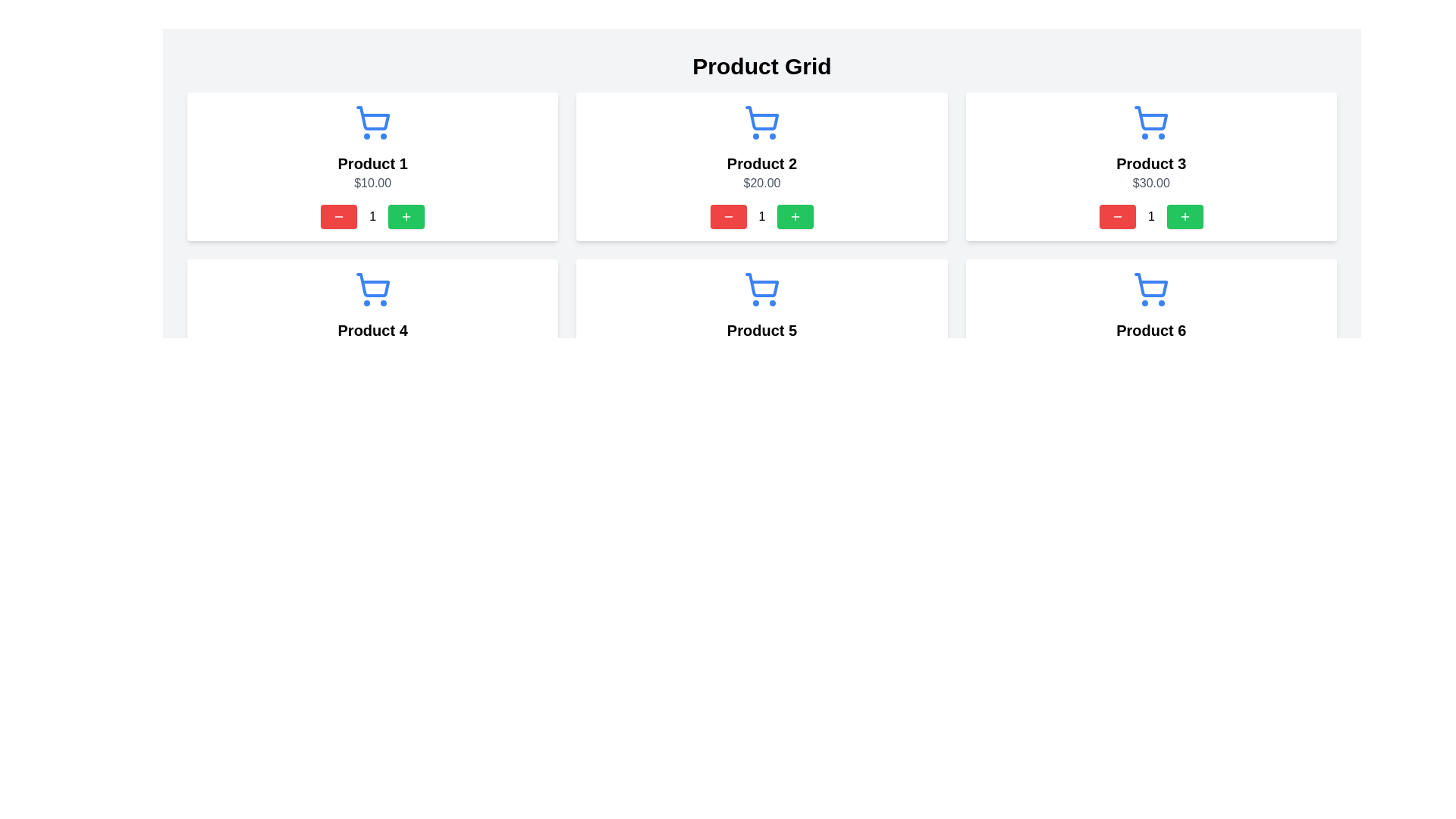 This screenshot has width=1456, height=819. Describe the element at coordinates (338, 216) in the screenshot. I see `the decrement SVG icon located within the button in the bottom-left corner of the 'Product 1' card to reduce the quantity` at that location.